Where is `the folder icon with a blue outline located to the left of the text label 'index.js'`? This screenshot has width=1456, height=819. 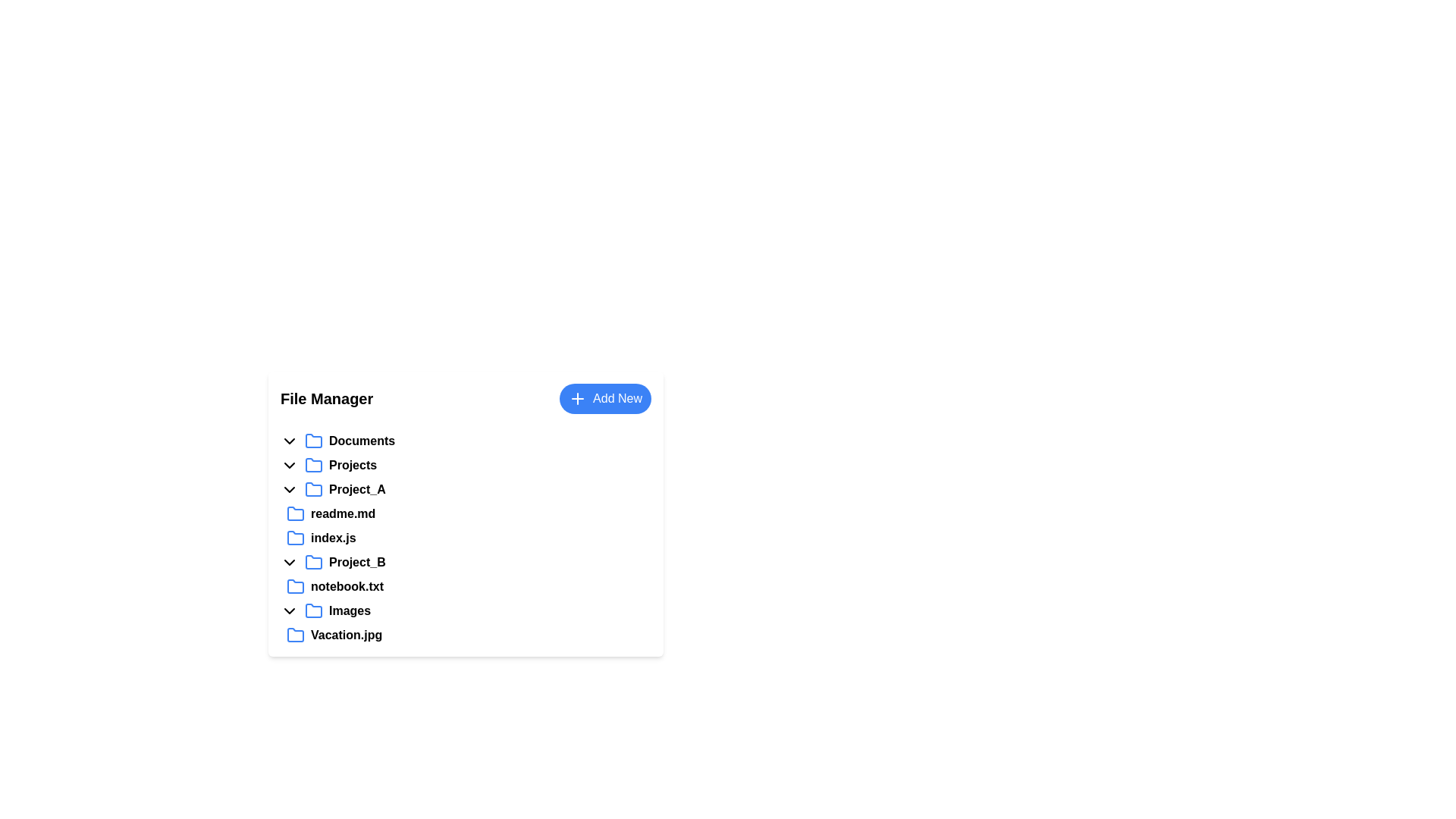 the folder icon with a blue outline located to the left of the text label 'index.js' is located at coordinates (295, 537).